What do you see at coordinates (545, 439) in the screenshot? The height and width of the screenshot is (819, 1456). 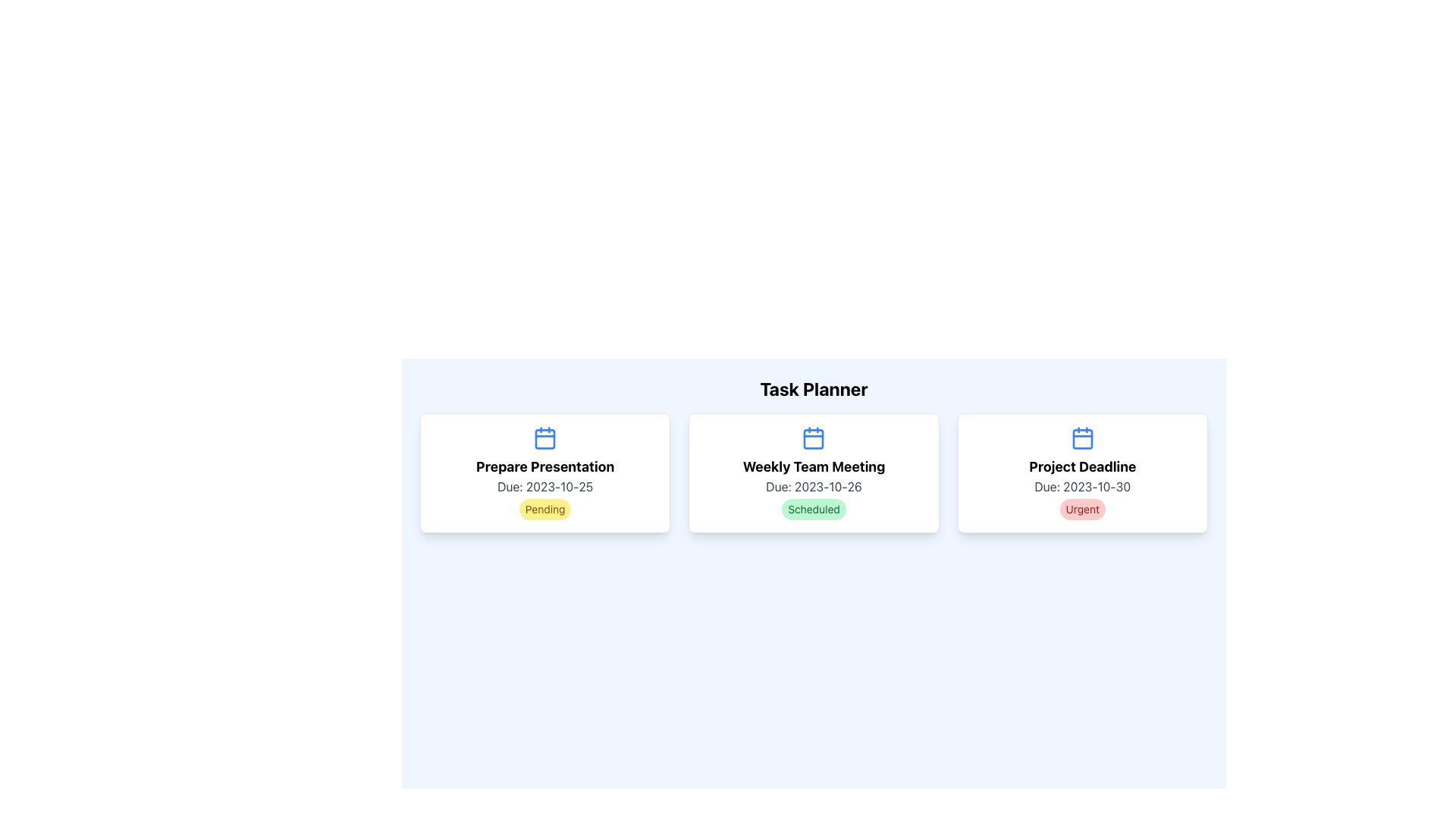 I see `the SVG rectangle representing the main body of the calendar icon in the first task card titled 'Prepare Presentation'` at bounding box center [545, 439].